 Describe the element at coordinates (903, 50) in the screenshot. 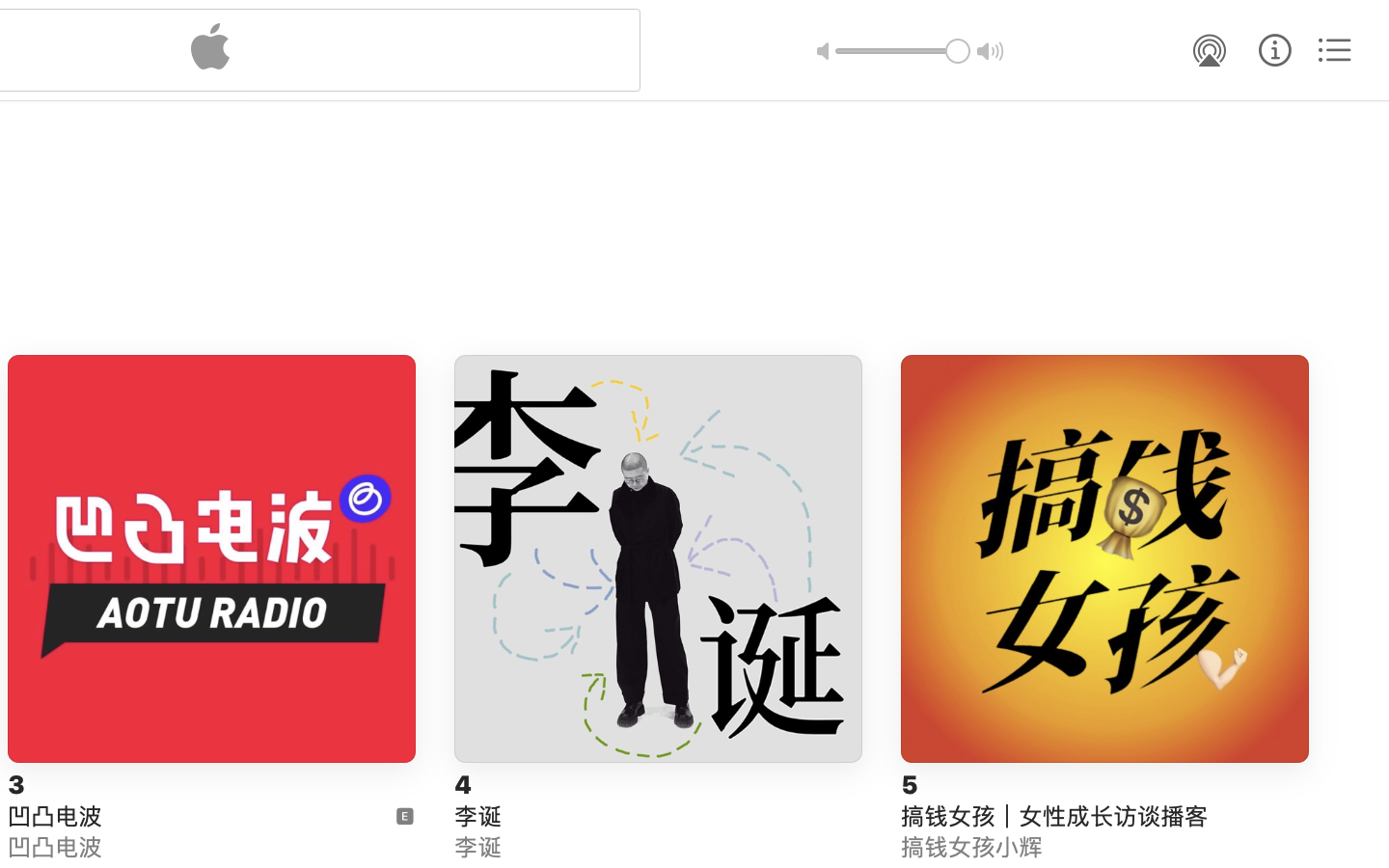

I see `'1.0'` at that location.